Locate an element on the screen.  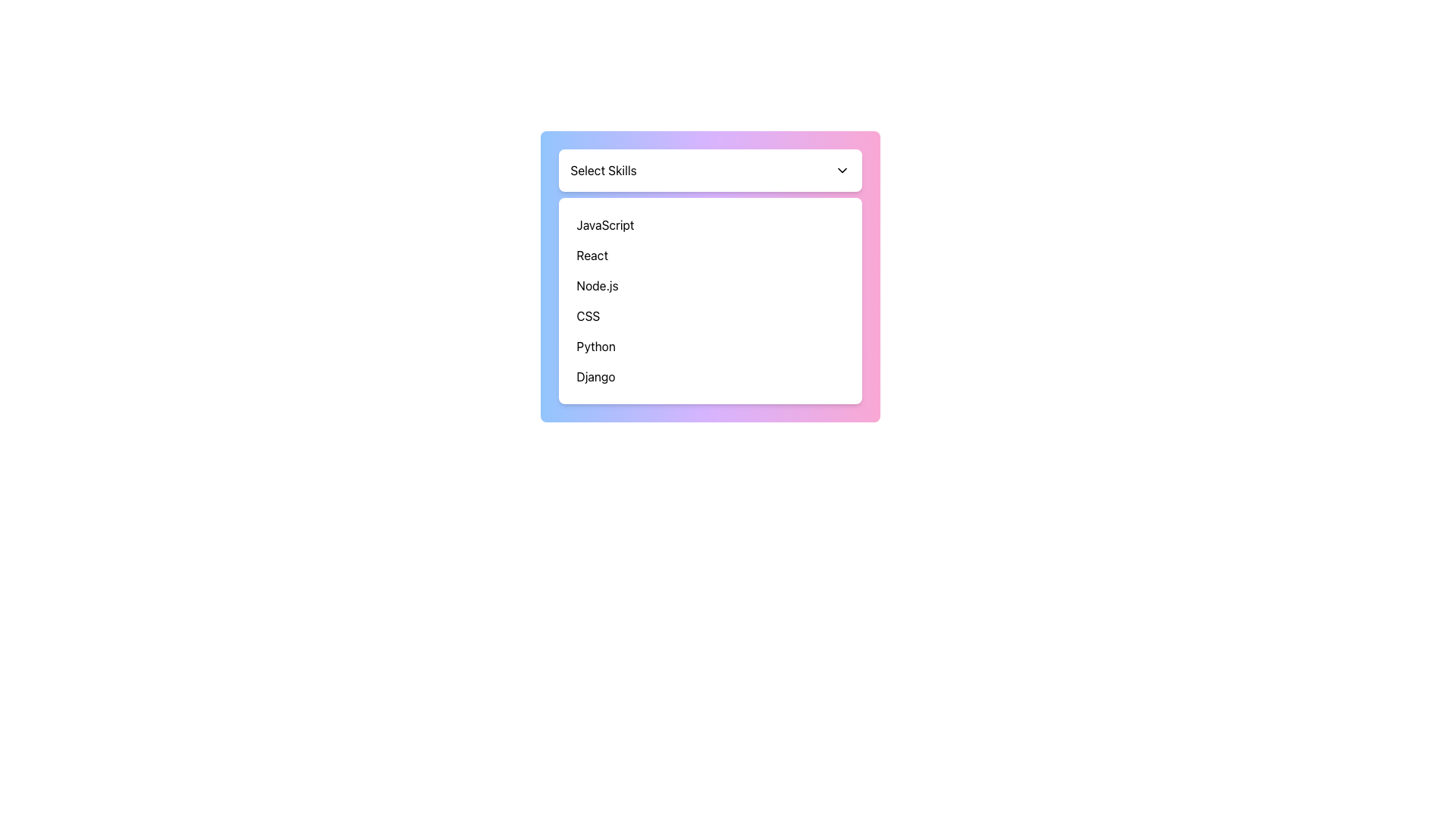
the 'Select Skills' text label in the dropdown component is located at coordinates (603, 170).